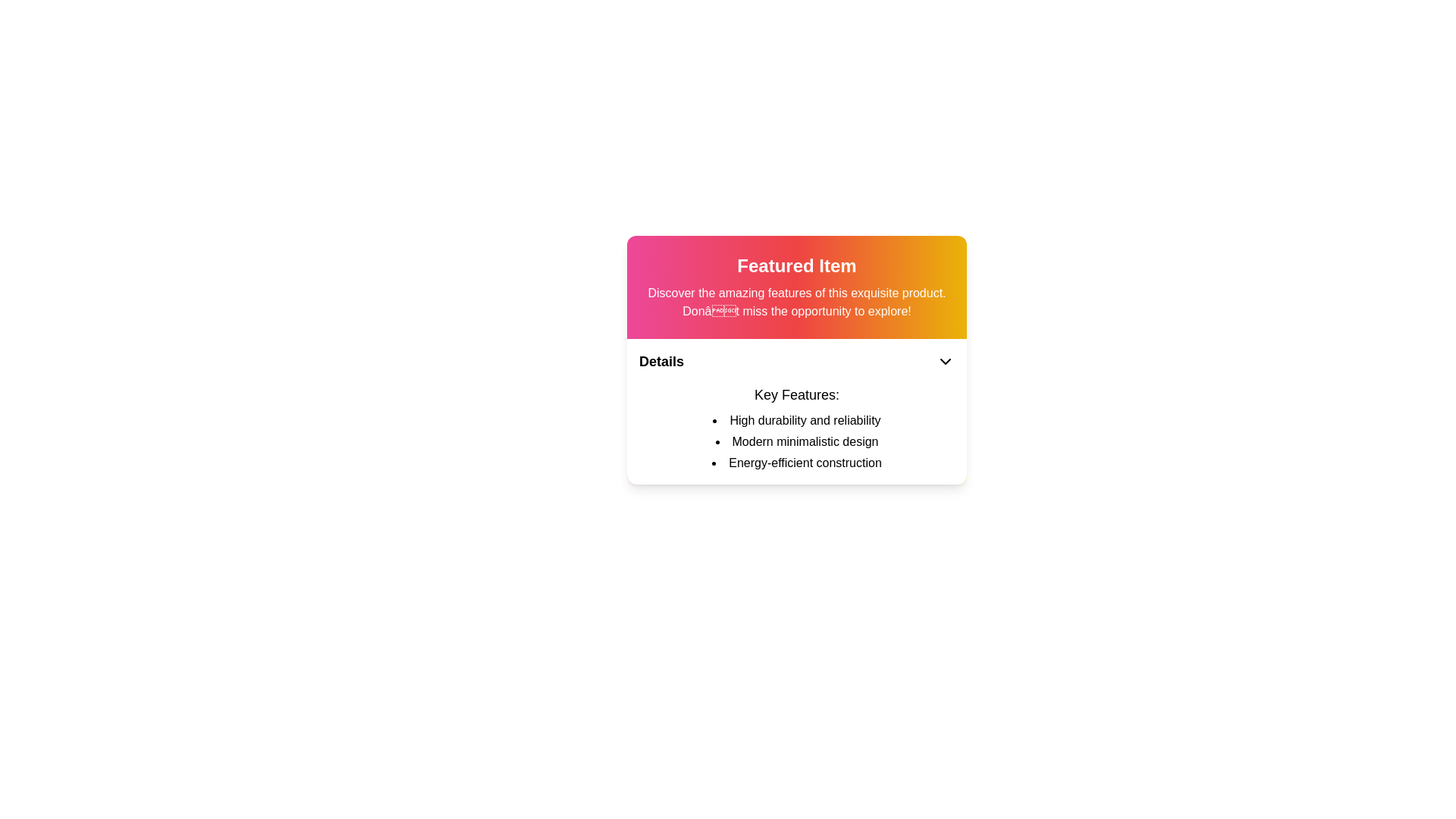  What do you see at coordinates (661, 362) in the screenshot?
I see `the 'Details' text label, which is displayed in bold black font within a card-like dropdown component` at bounding box center [661, 362].